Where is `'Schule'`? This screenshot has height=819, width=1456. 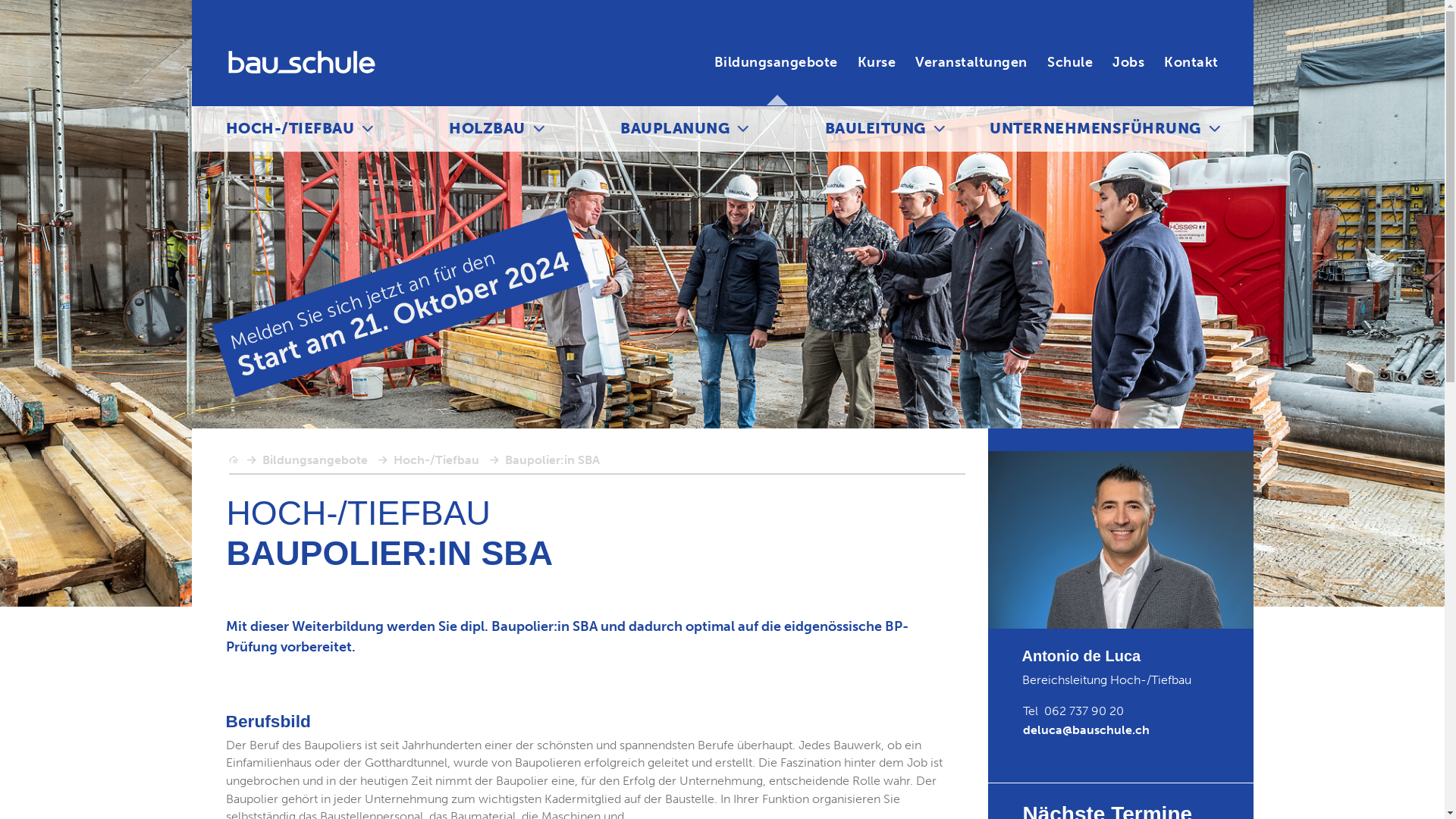
'Schule' is located at coordinates (1069, 61).